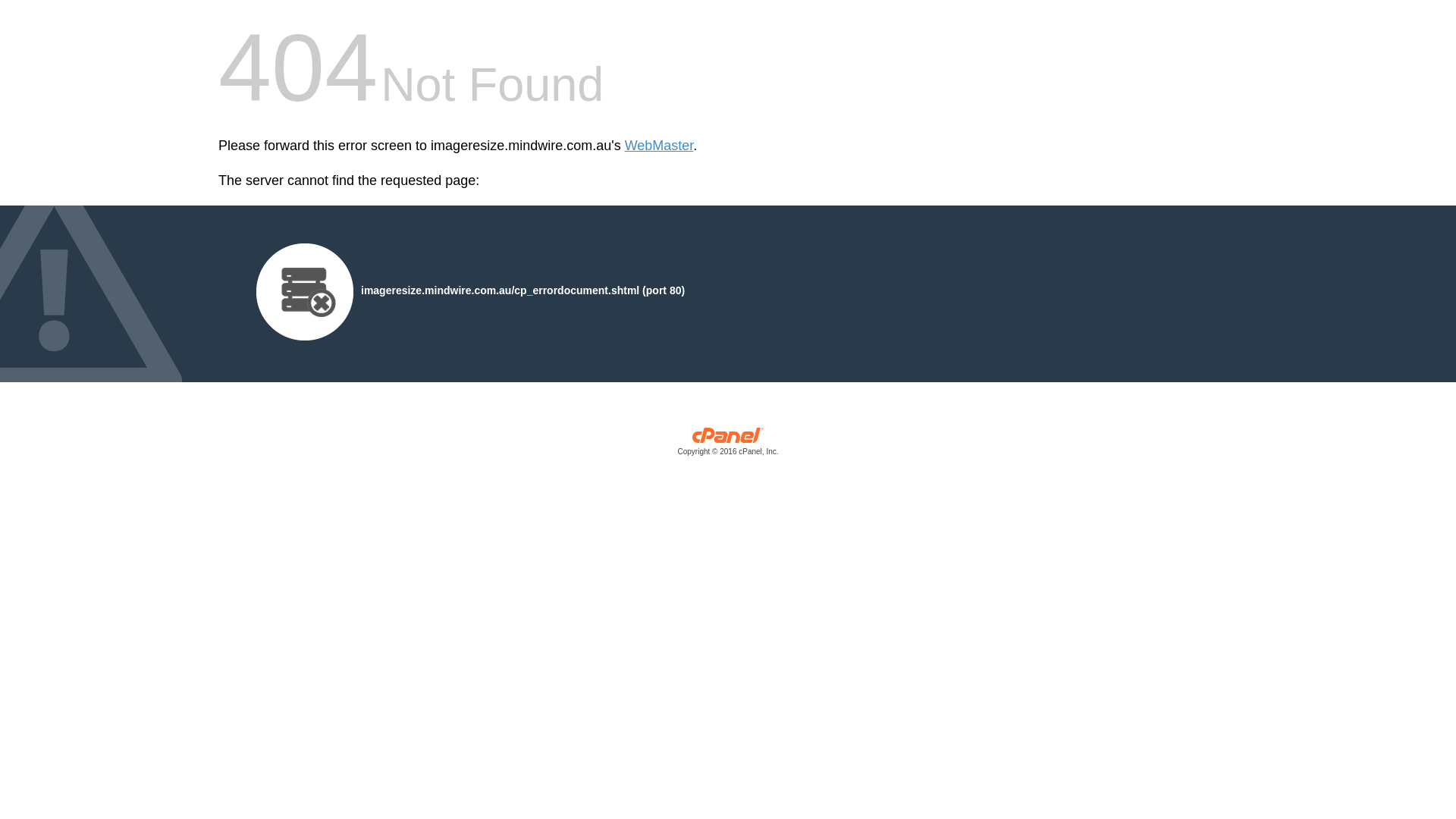  What do you see at coordinates (625, 146) in the screenshot?
I see `'WebMaster'` at bounding box center [625, 146].